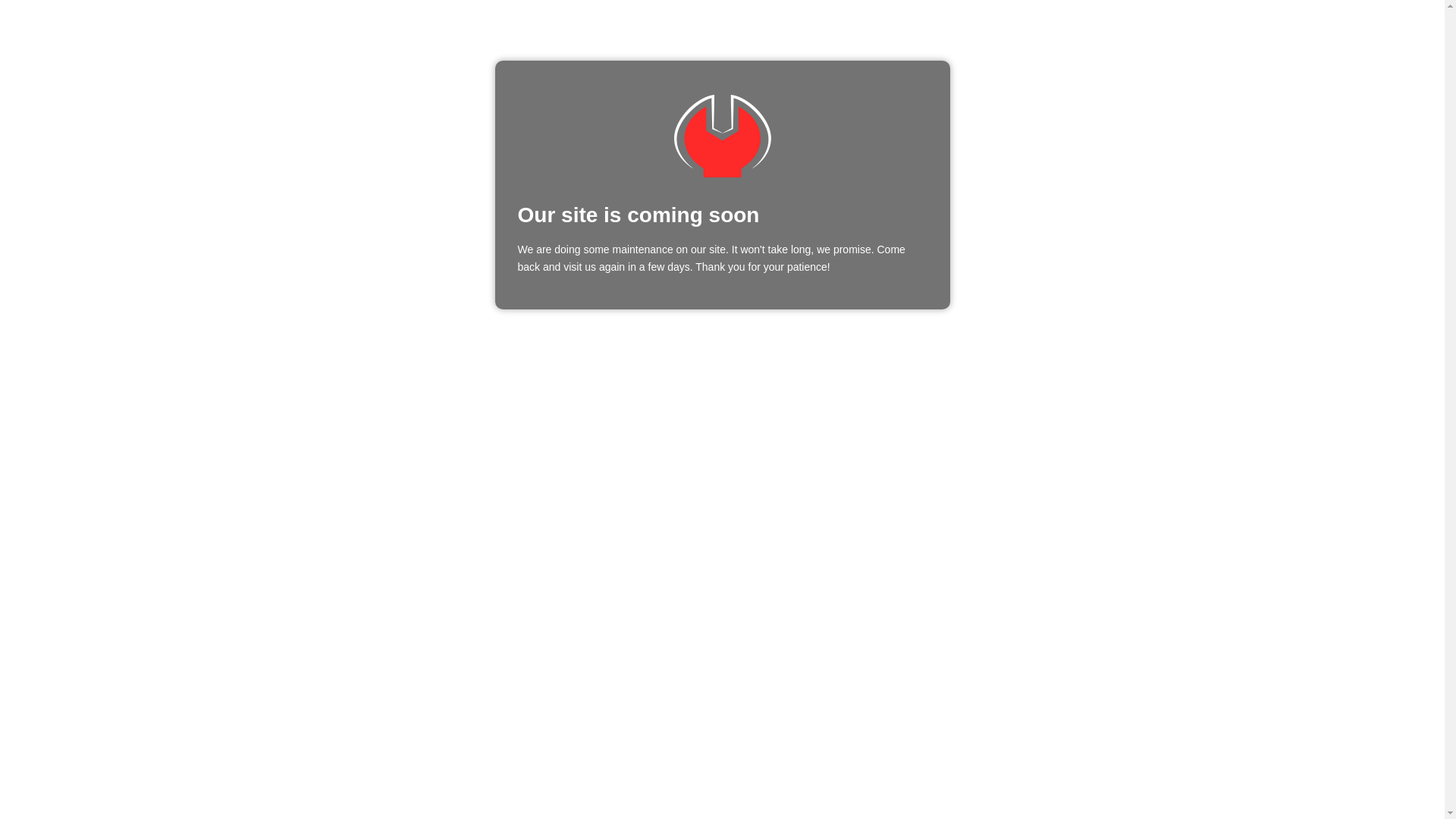  Describe the element at coordinates (720, 135) in the screenshot. I see `'cinematic'` at that location.